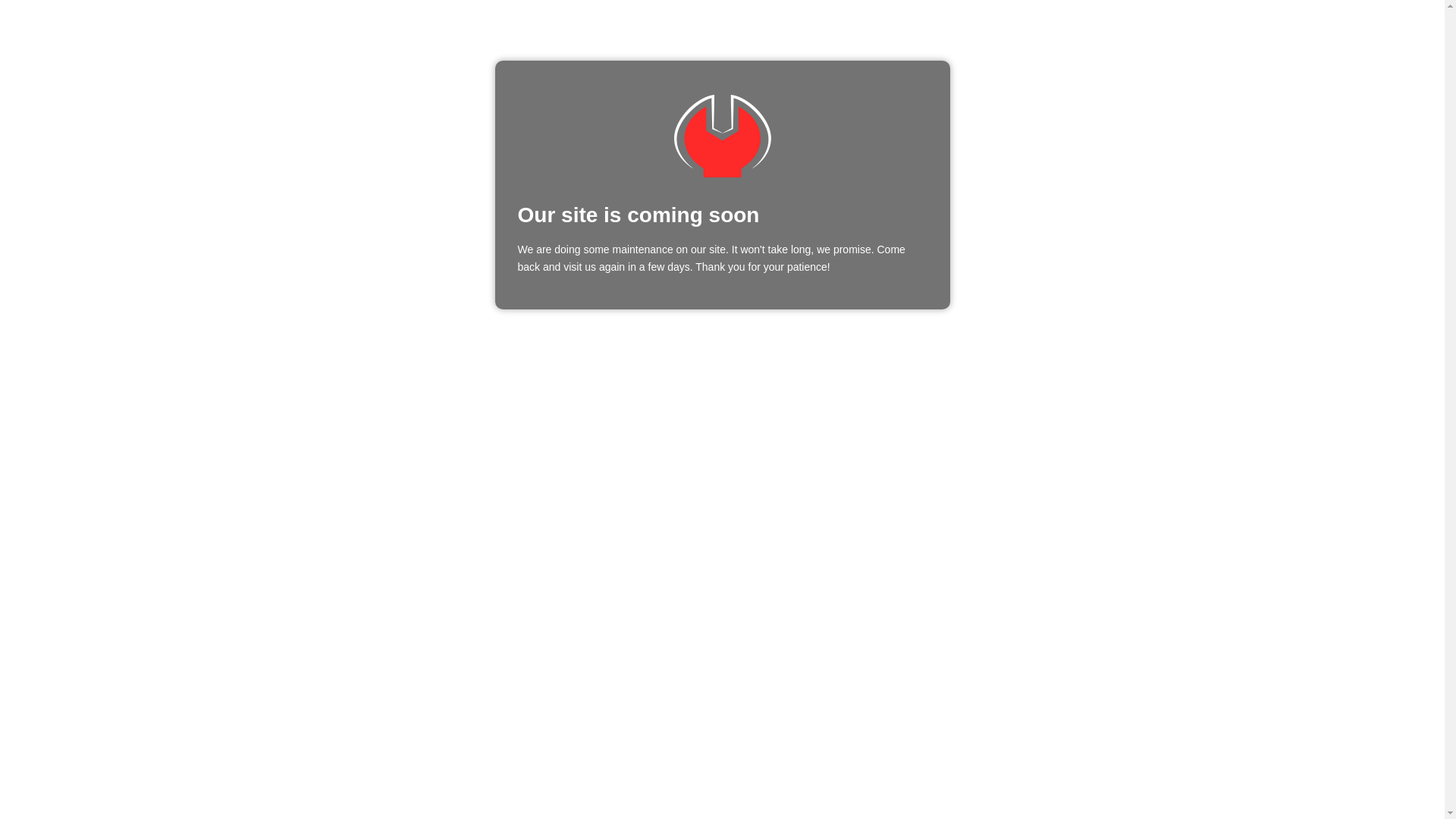  Describe the element at coordinates (720, 135) in the screenshot. I see `'cinematic'` at that location.